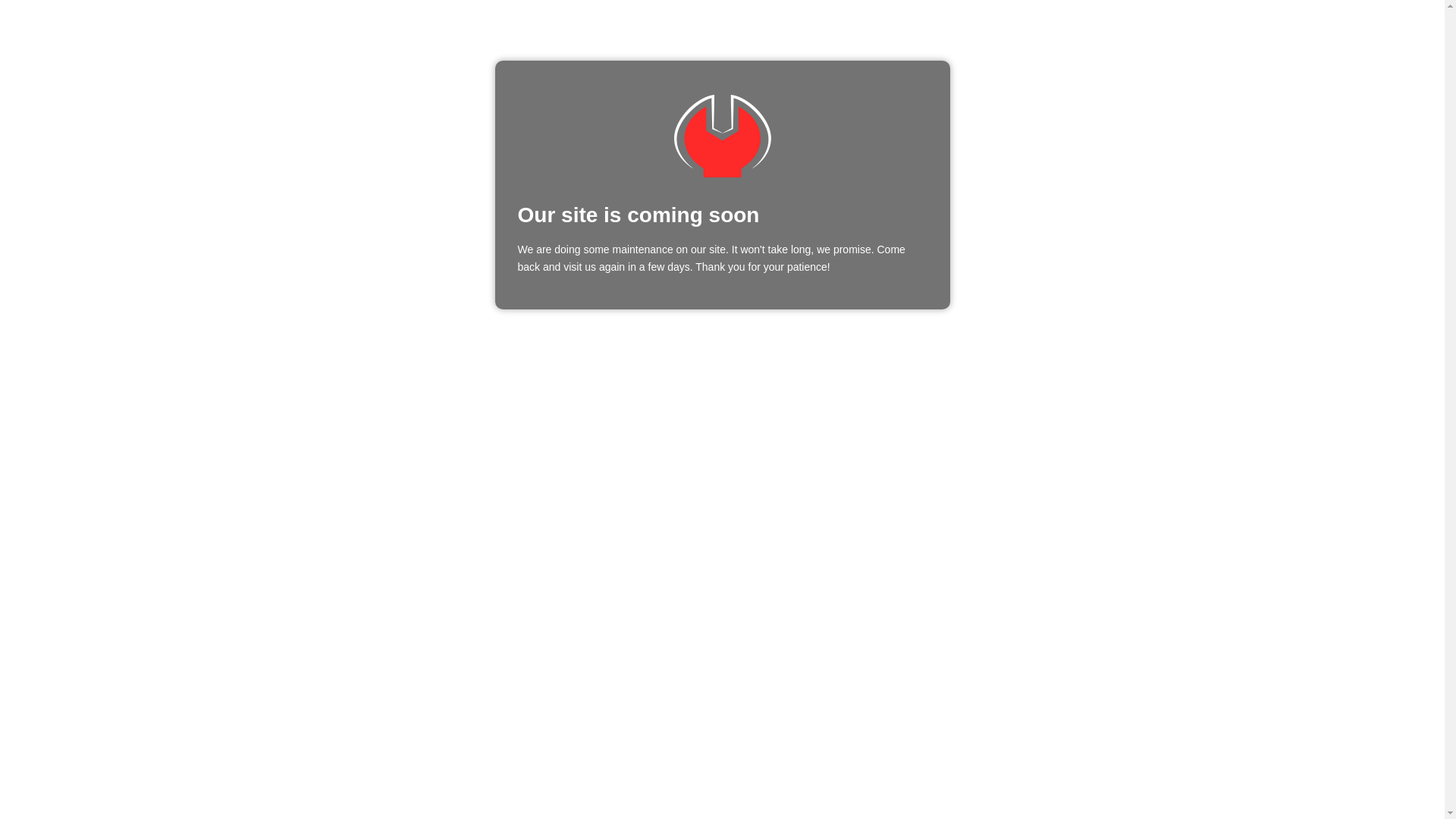  Describe the element at coordinates (720, 135) in the screenshot. I see `'cinematic'` at that location.